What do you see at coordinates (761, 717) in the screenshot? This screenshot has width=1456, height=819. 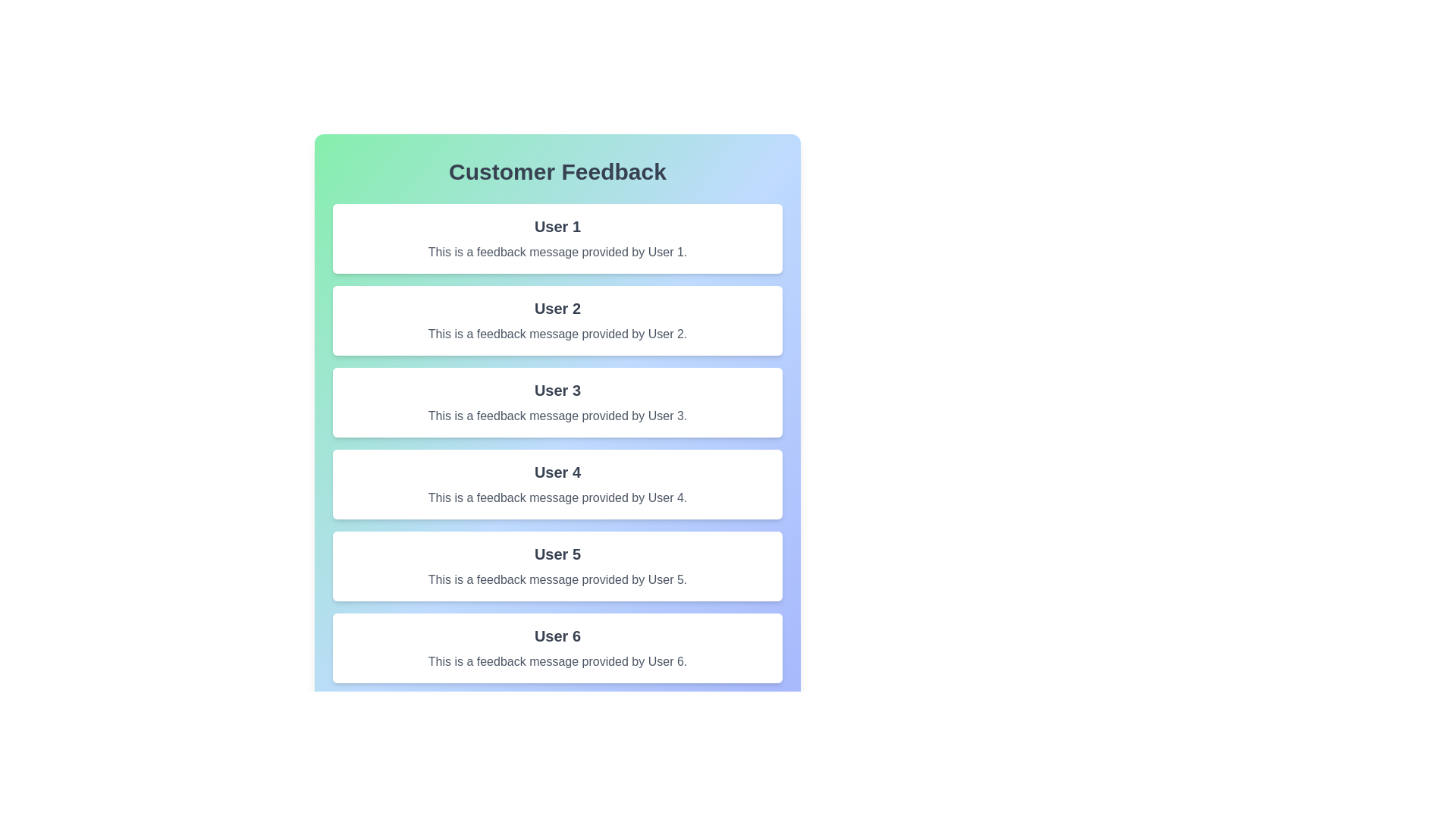 I see `the 'Next' navigation button, which has a light gray background and rounded corners` at bounding box center [761, 717].